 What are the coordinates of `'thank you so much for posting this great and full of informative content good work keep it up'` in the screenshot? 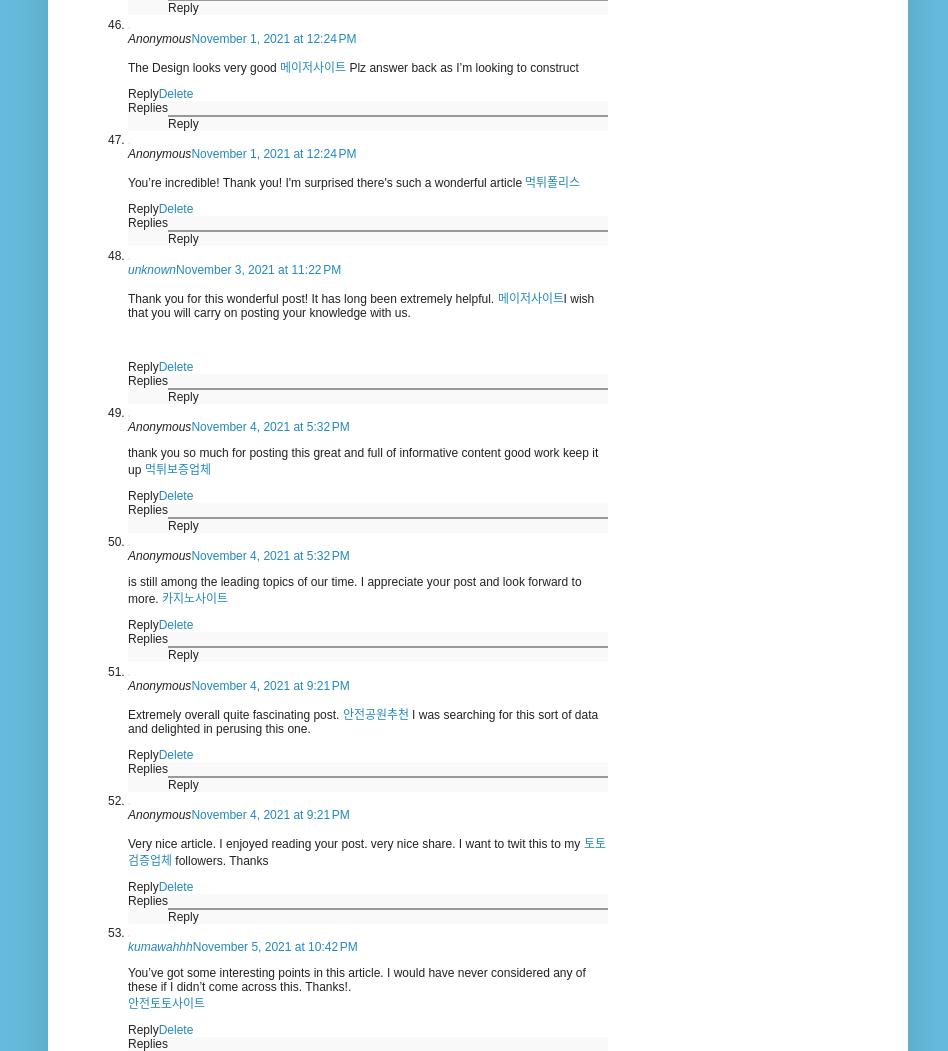 It's located at (361, 459).